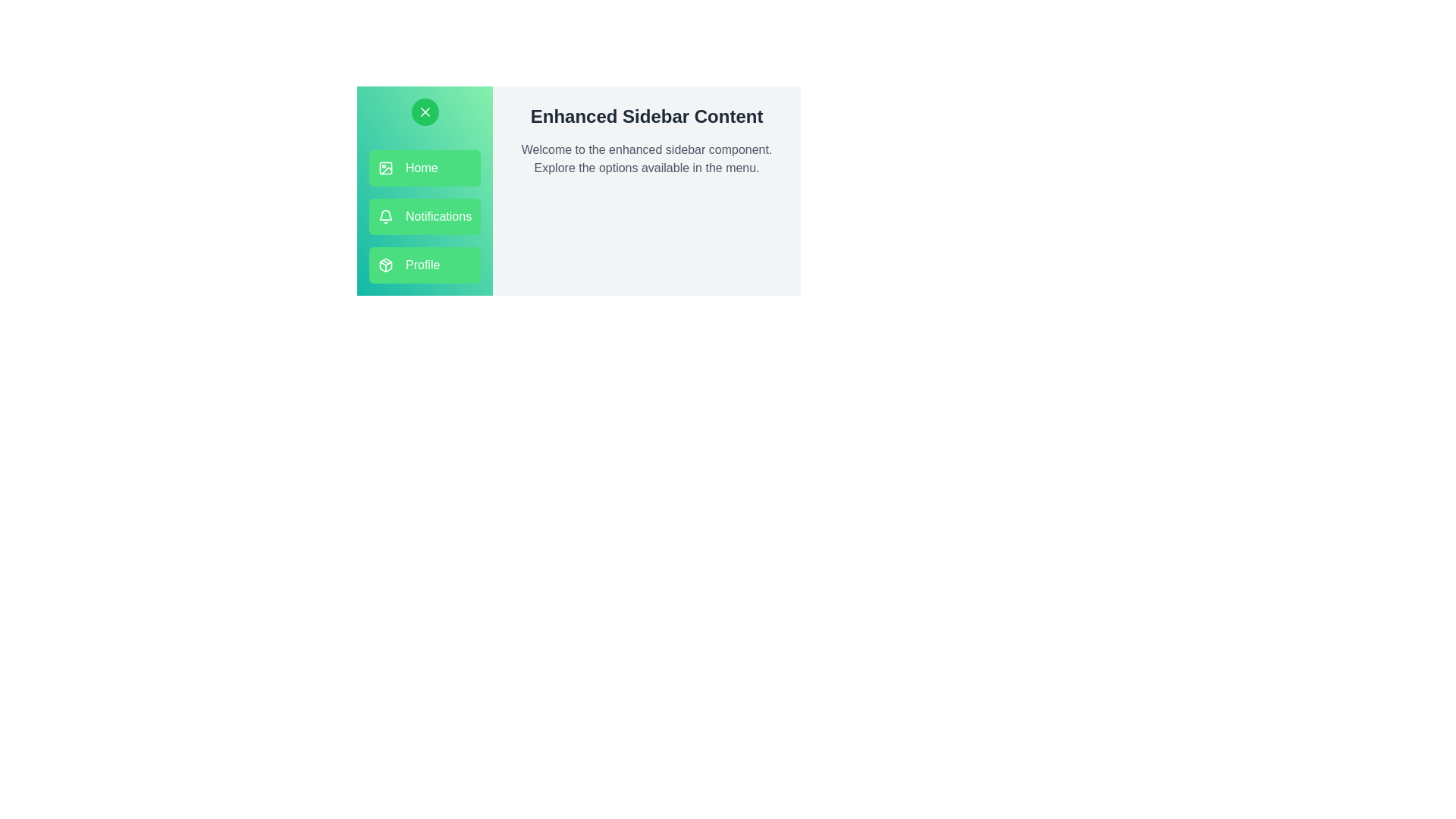 Image resolution: width=1456 pixels, height=819 pixels. What do you see at coordinates (425, 216) in the screenshot?
I see `the menu option Notifications to see its hover effect` at bounding box center [425, 216].